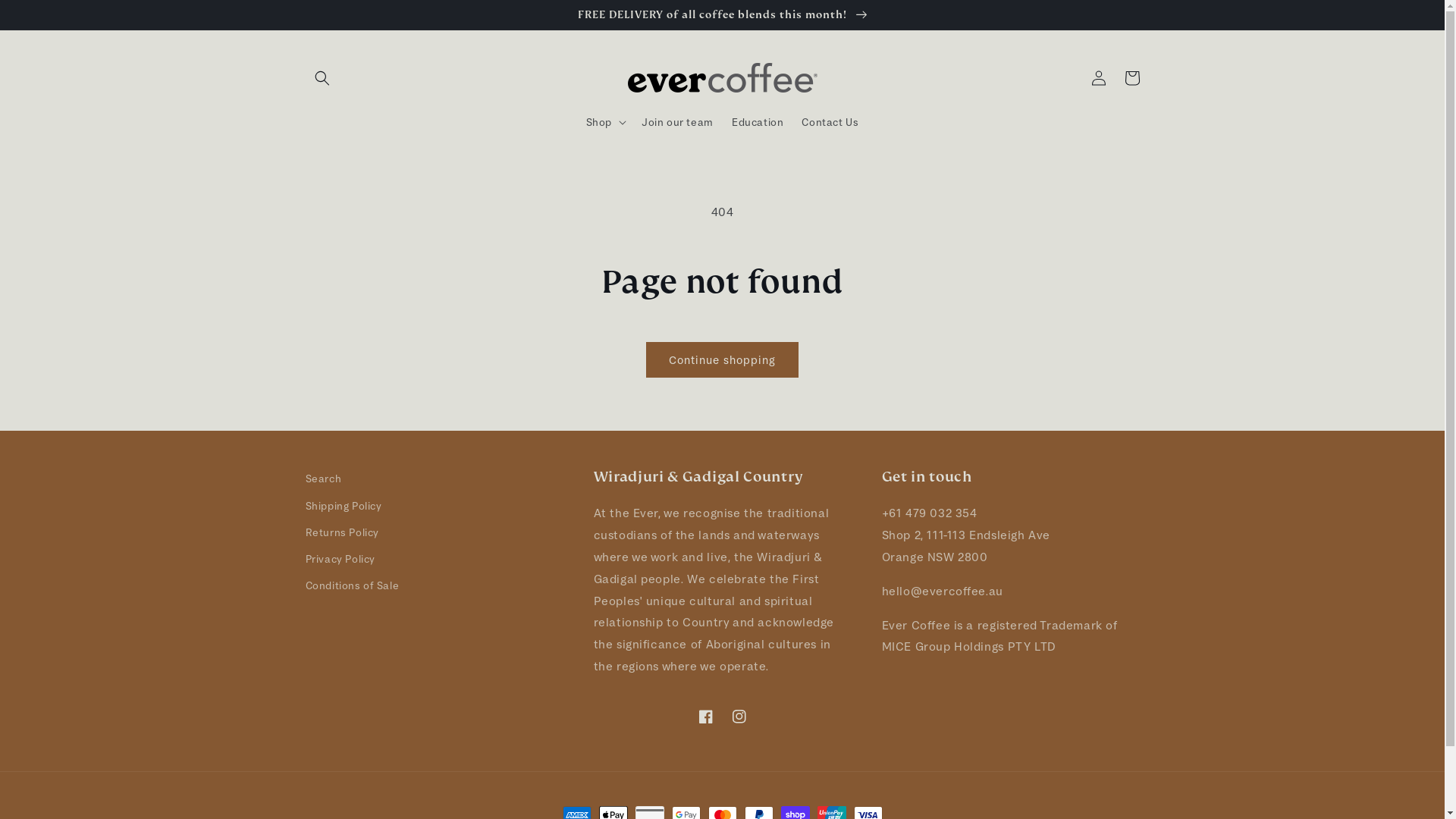 The image size is (1456, 819). Describe the element at coordinates (721, 14) in the screenshot. I see `'FREE DELIVERY of all coffee blends this month!'` at that location.